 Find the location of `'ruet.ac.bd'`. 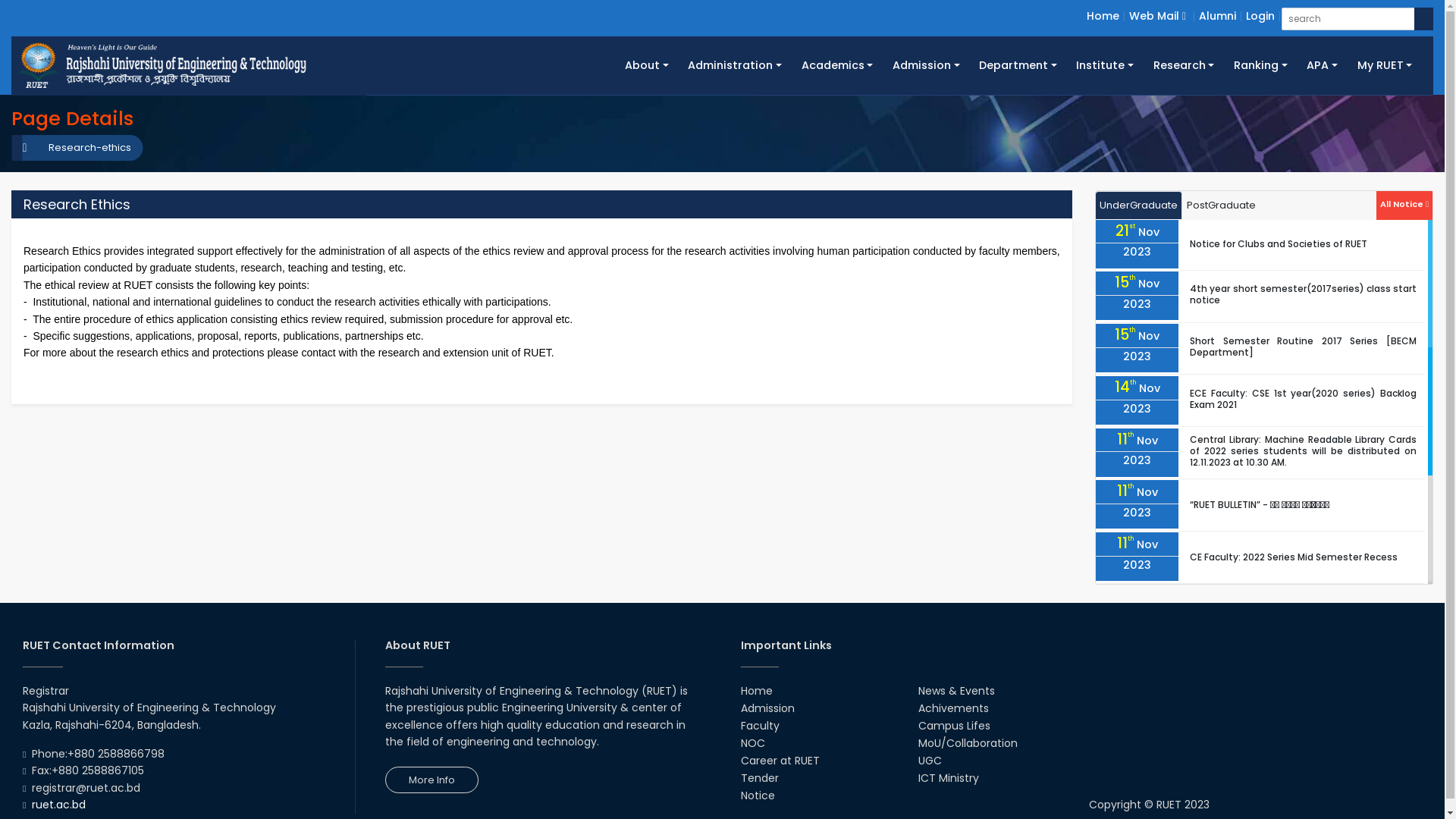

'ruet.ac.bd' is located at coordinates (58, 803).